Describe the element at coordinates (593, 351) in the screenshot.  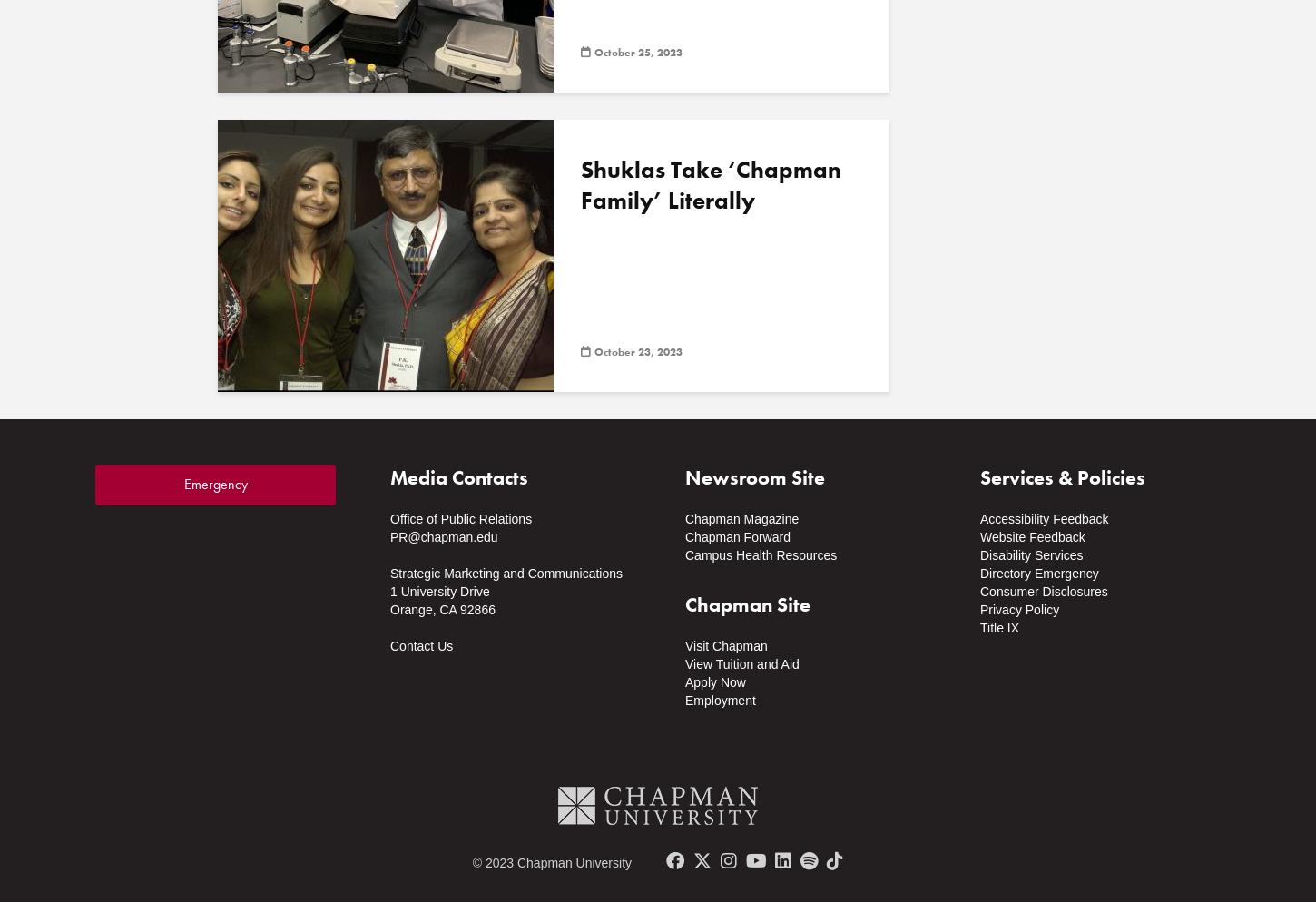
I see `'October 23, 2023'` at that location.